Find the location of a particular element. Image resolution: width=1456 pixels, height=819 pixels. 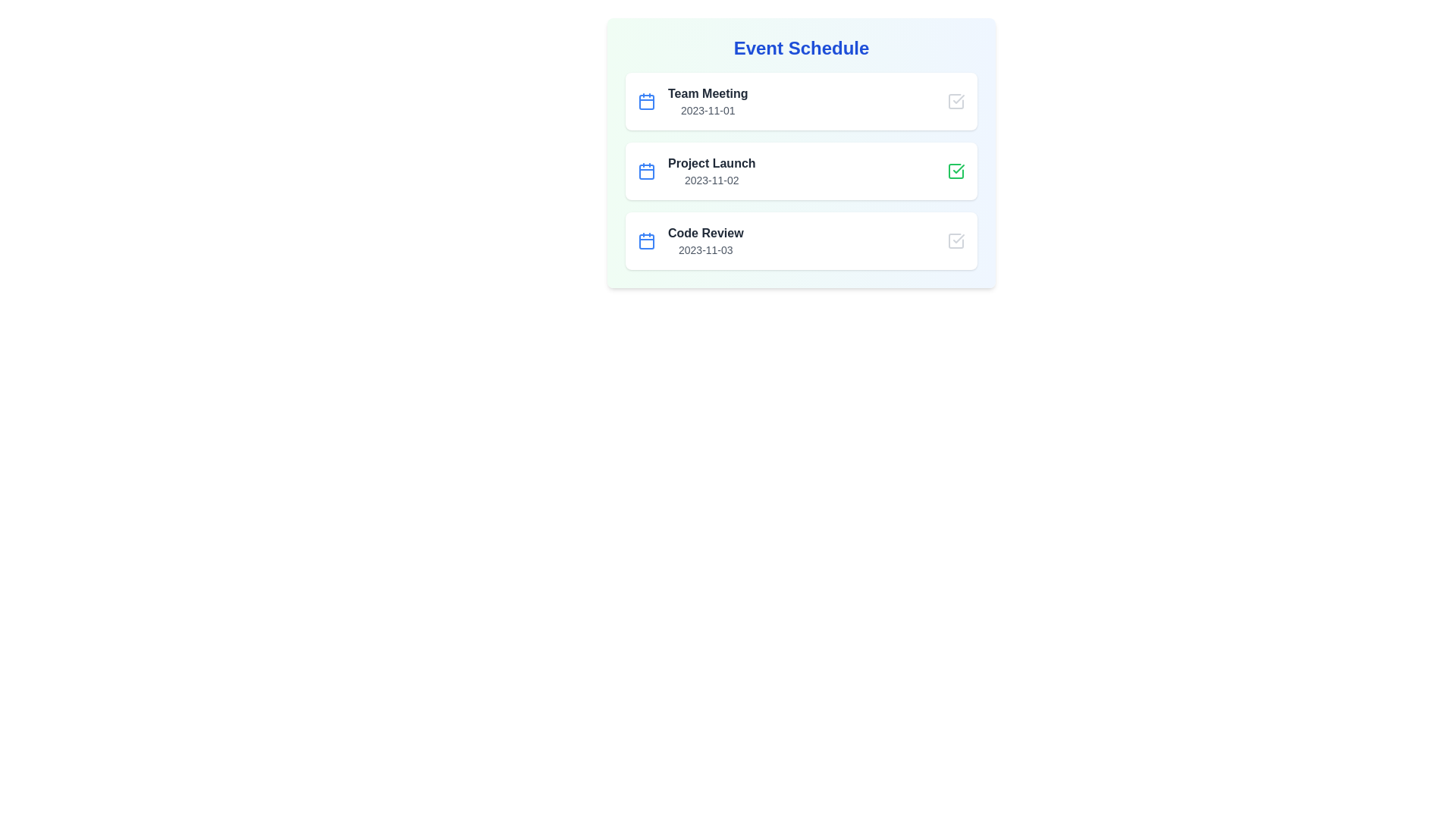

the event item labeled Code Review is located at coordinates (800, 240).